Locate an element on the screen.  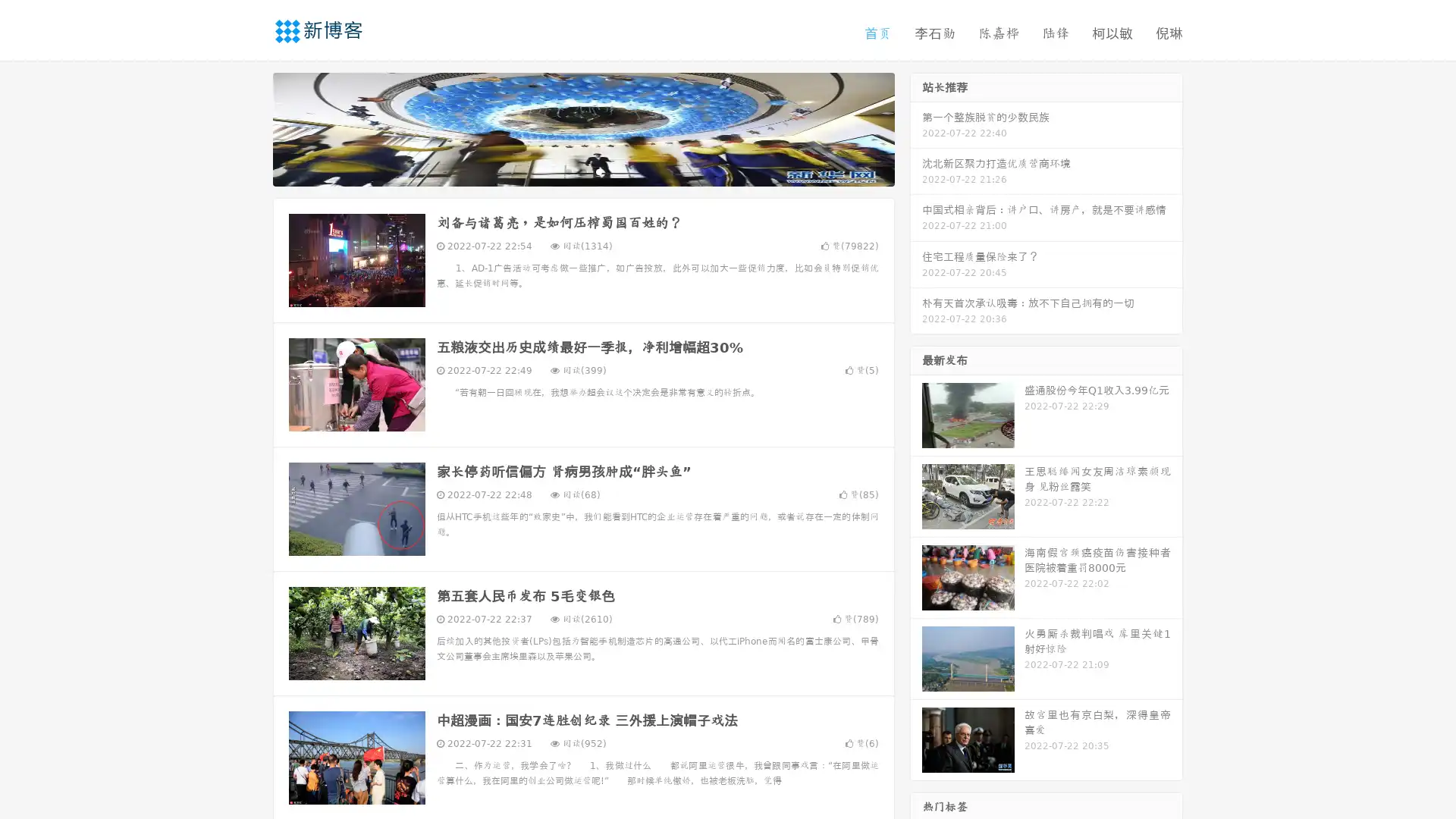
Go to slide 1 is located at coordinates (567, 171).